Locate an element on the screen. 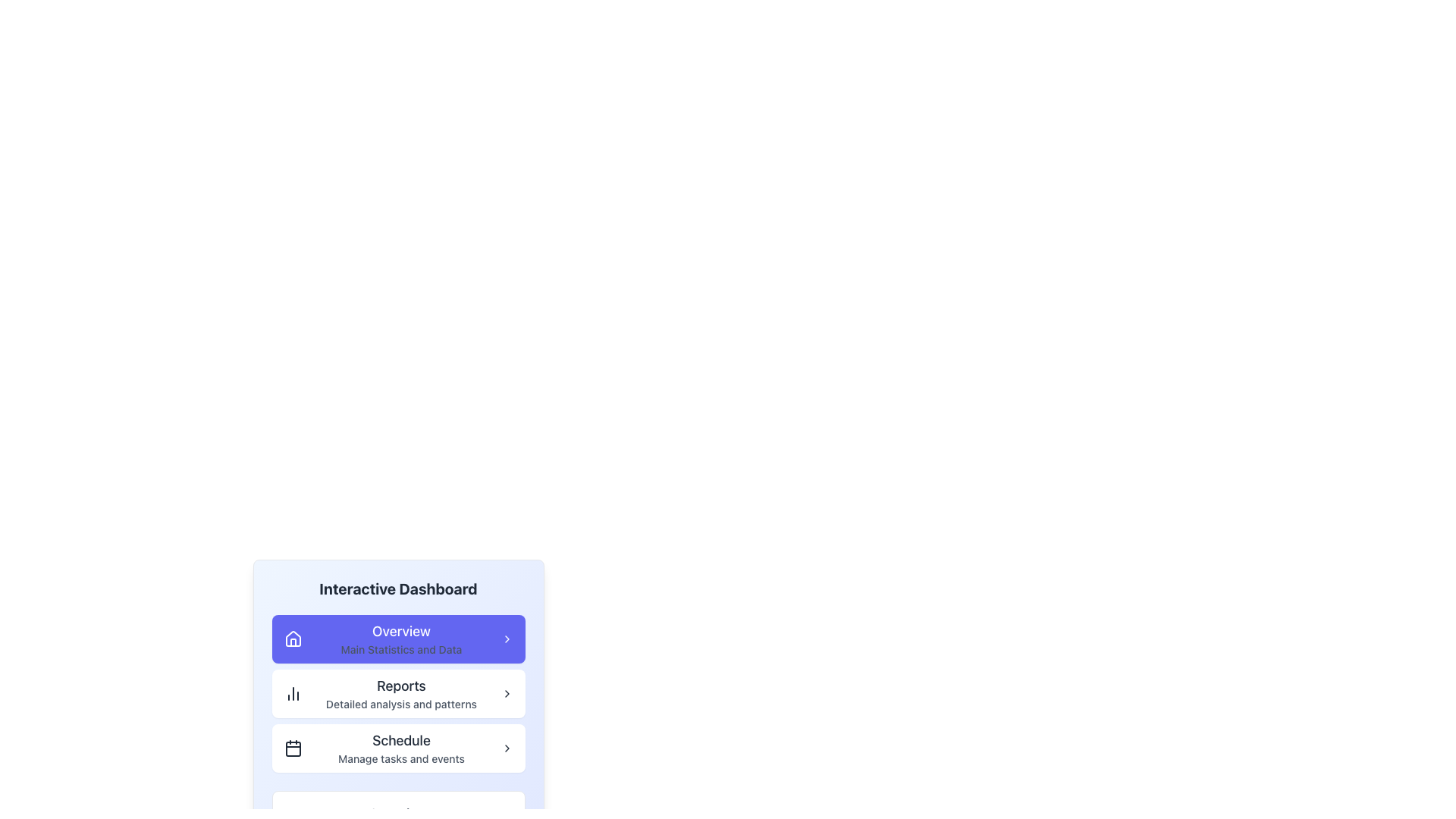 The height and width of the screenshot is (819, 1456). the button labeled 'Overview' with a gradient background transitioning from blue to purple, containing a house icon and a right-aligned chevron icon is located at coordinates (398, 659).